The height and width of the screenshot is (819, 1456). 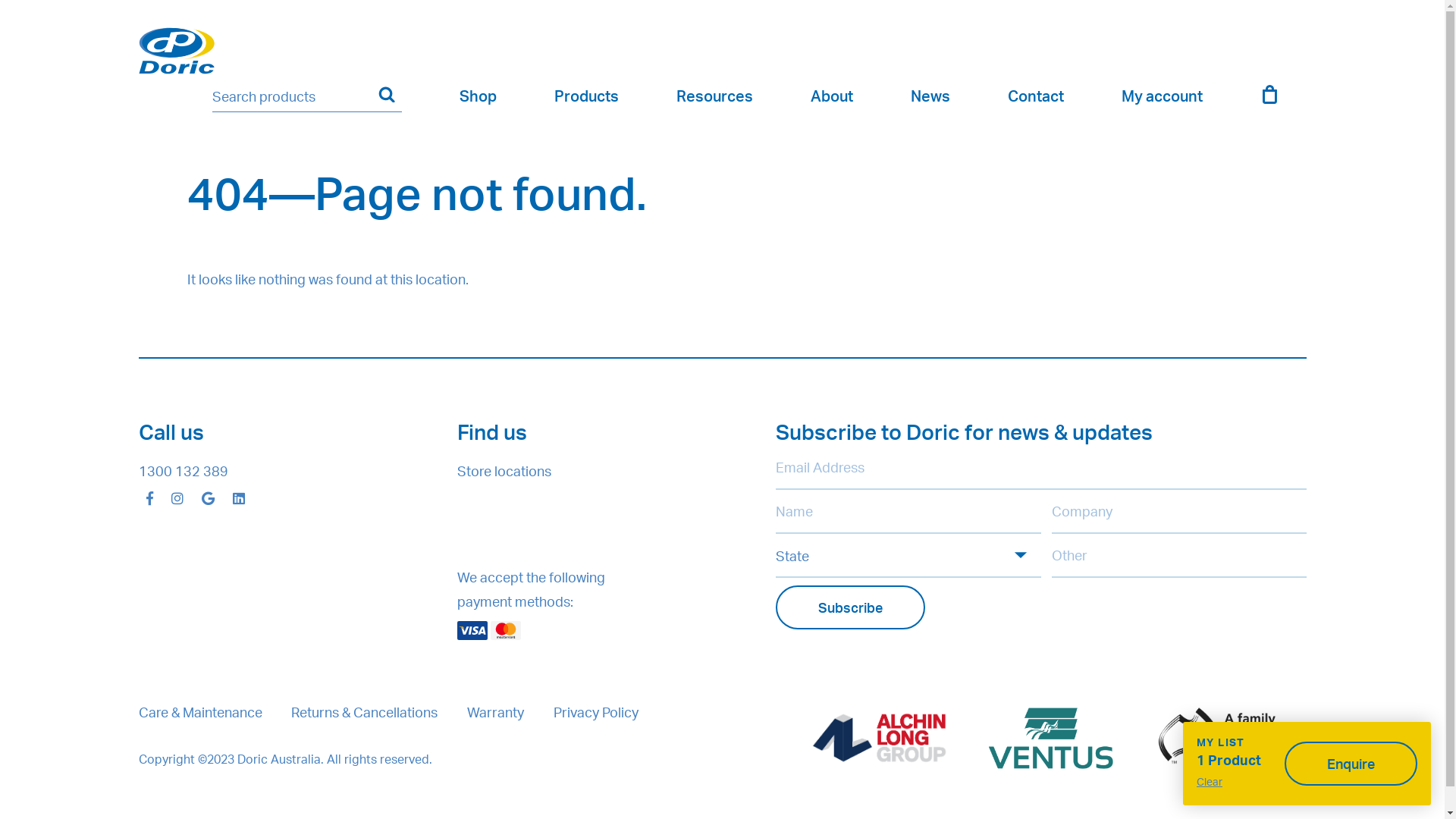 What do you see at coordinates (1284, 763) in the screenshot?
I see `'Enquire'` at bounding box center [1284, 763].